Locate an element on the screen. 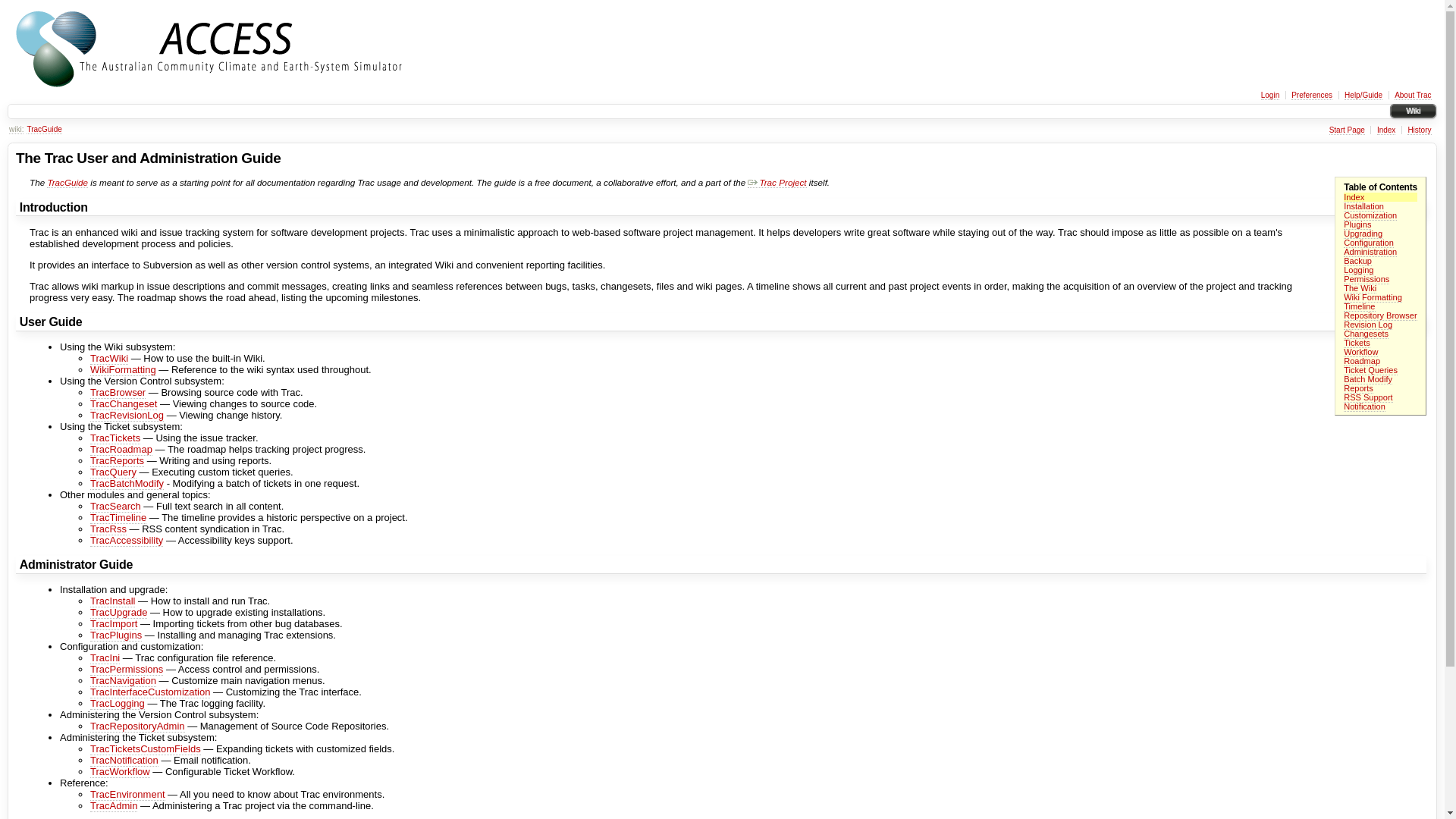 Image resolution: width=1456 pixels, height=819 pixels. 'TracReports' is located at coordinates (116, 460).